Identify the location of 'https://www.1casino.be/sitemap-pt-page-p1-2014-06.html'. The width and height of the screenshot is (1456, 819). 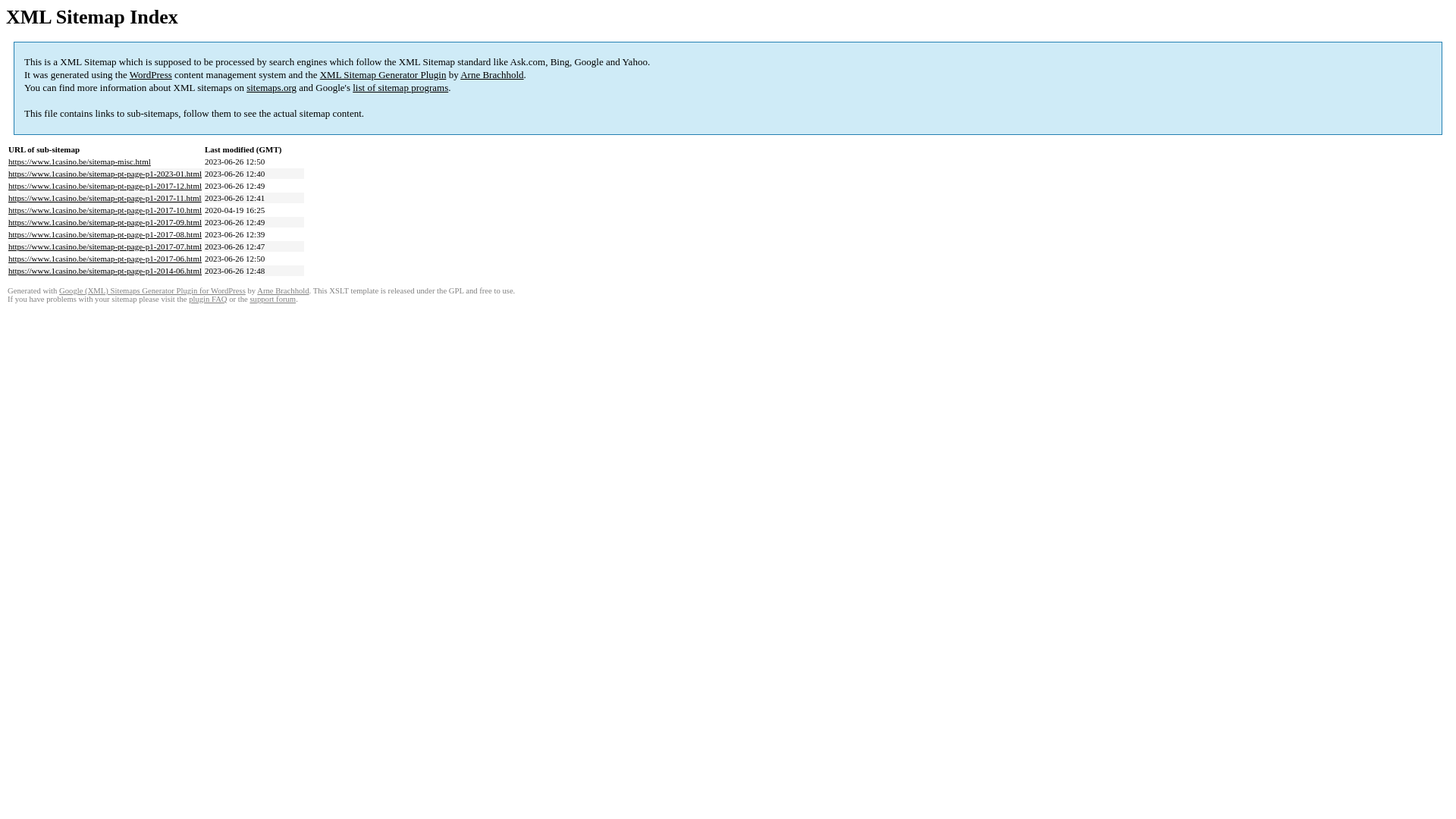
(8, 270).